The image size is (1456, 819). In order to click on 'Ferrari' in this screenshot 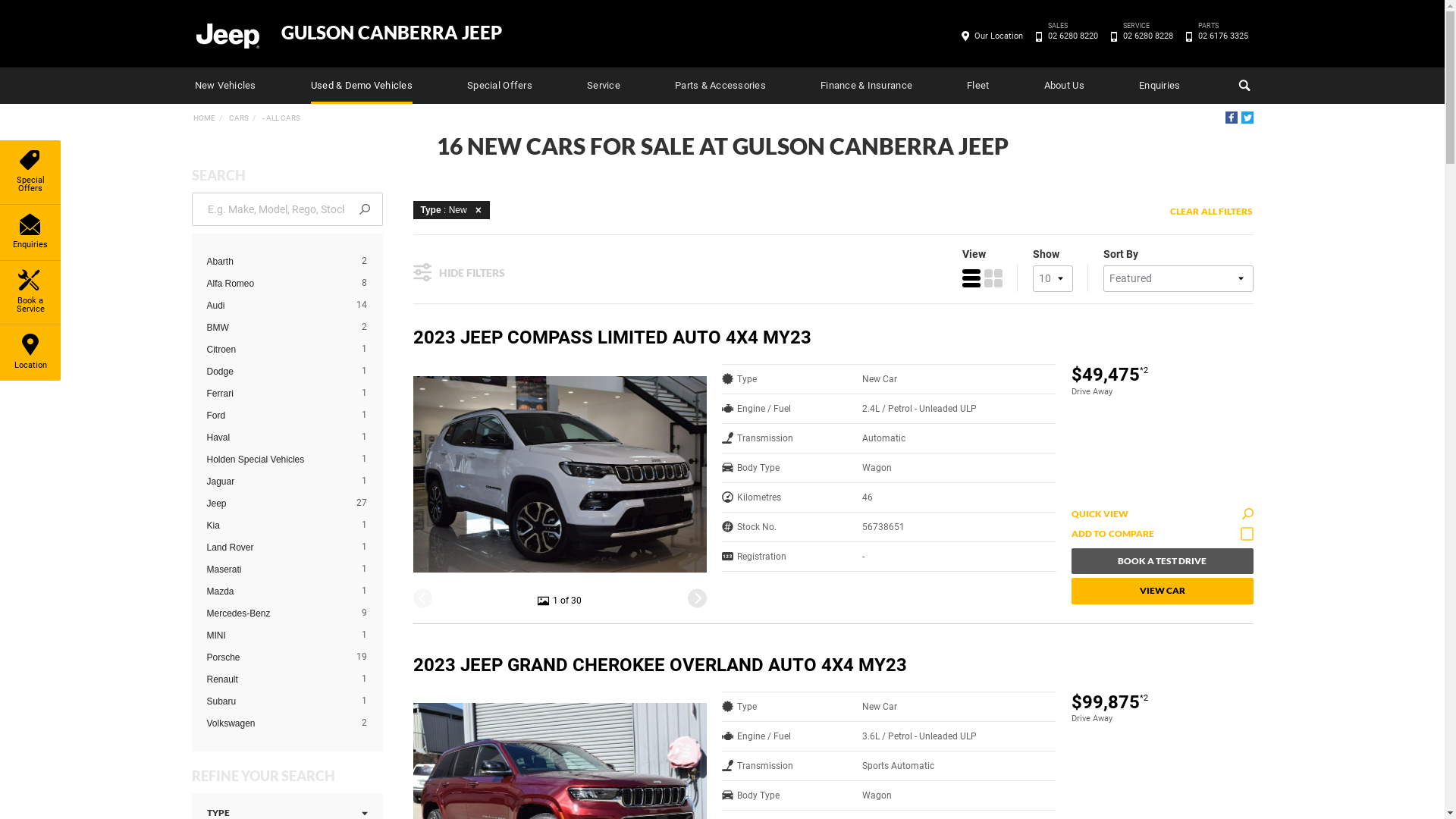, I will do `click(206, 393)`.